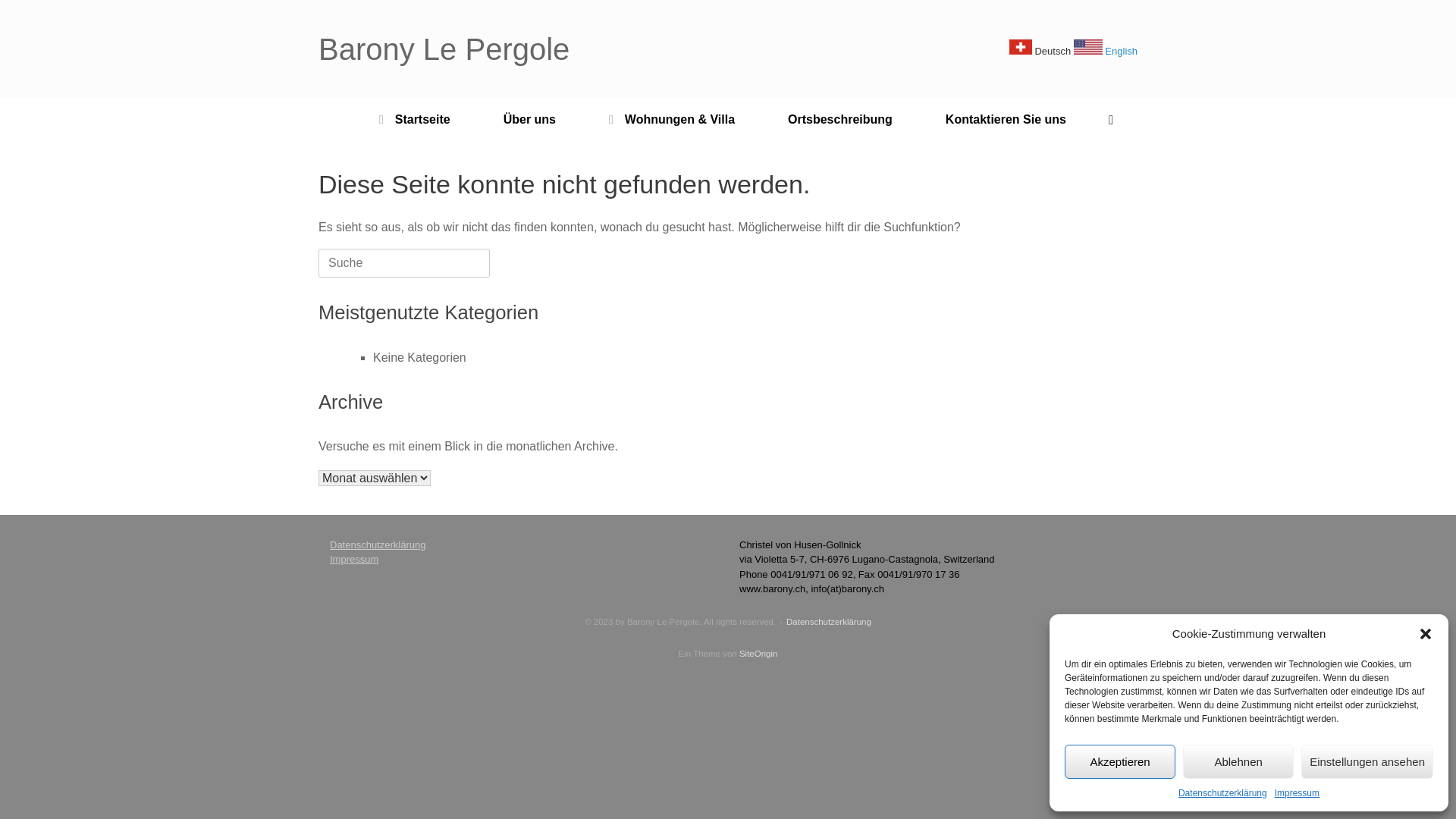  What do you see at coordinates (761, 119) in the screenshot?
I see `'Ortsbeschreibung'` at bounding box center [761, 119].